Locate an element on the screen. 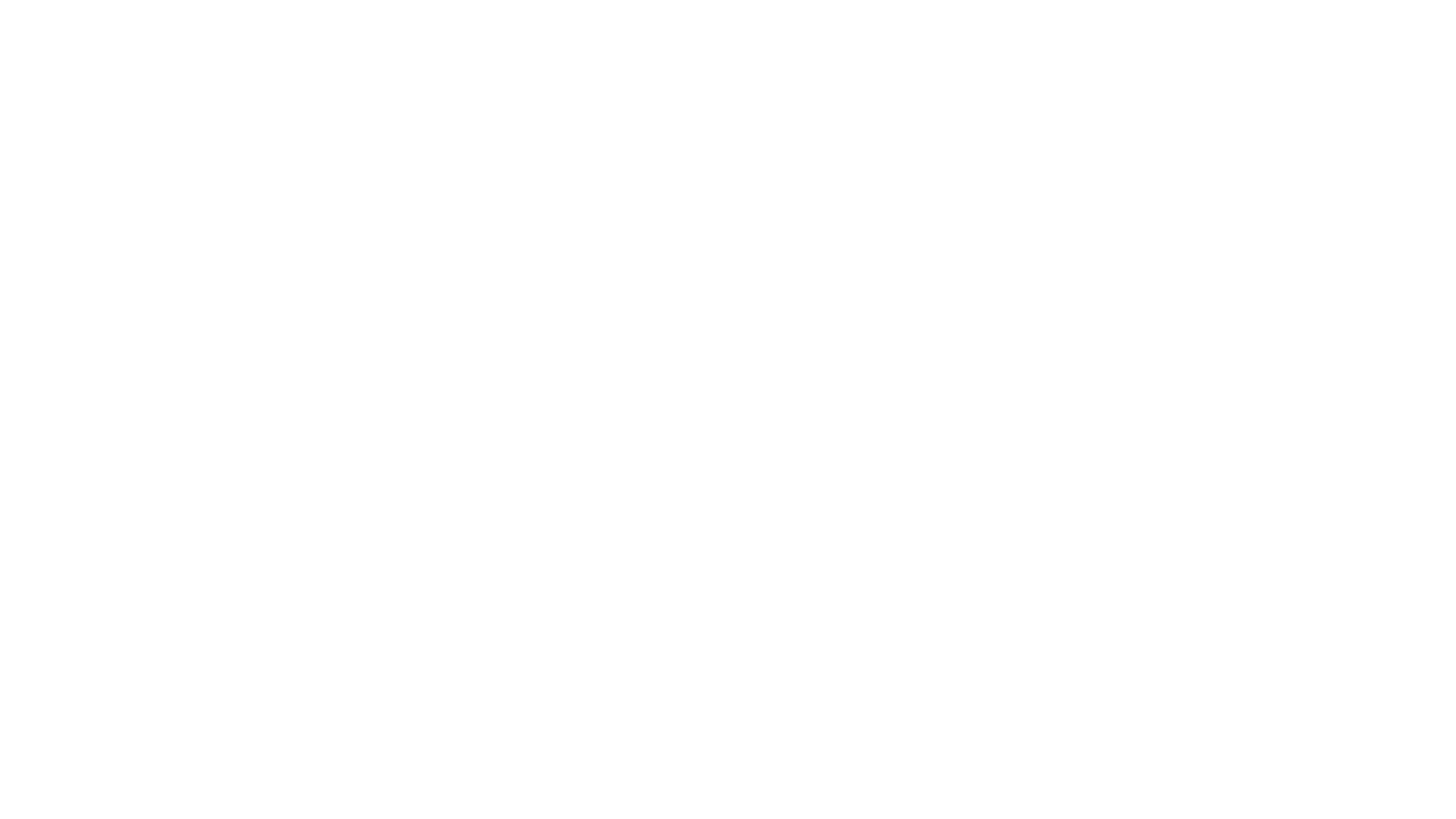 This screenshot has width=1456, height=819. CAMPUS is located at coordinates (642, 116).